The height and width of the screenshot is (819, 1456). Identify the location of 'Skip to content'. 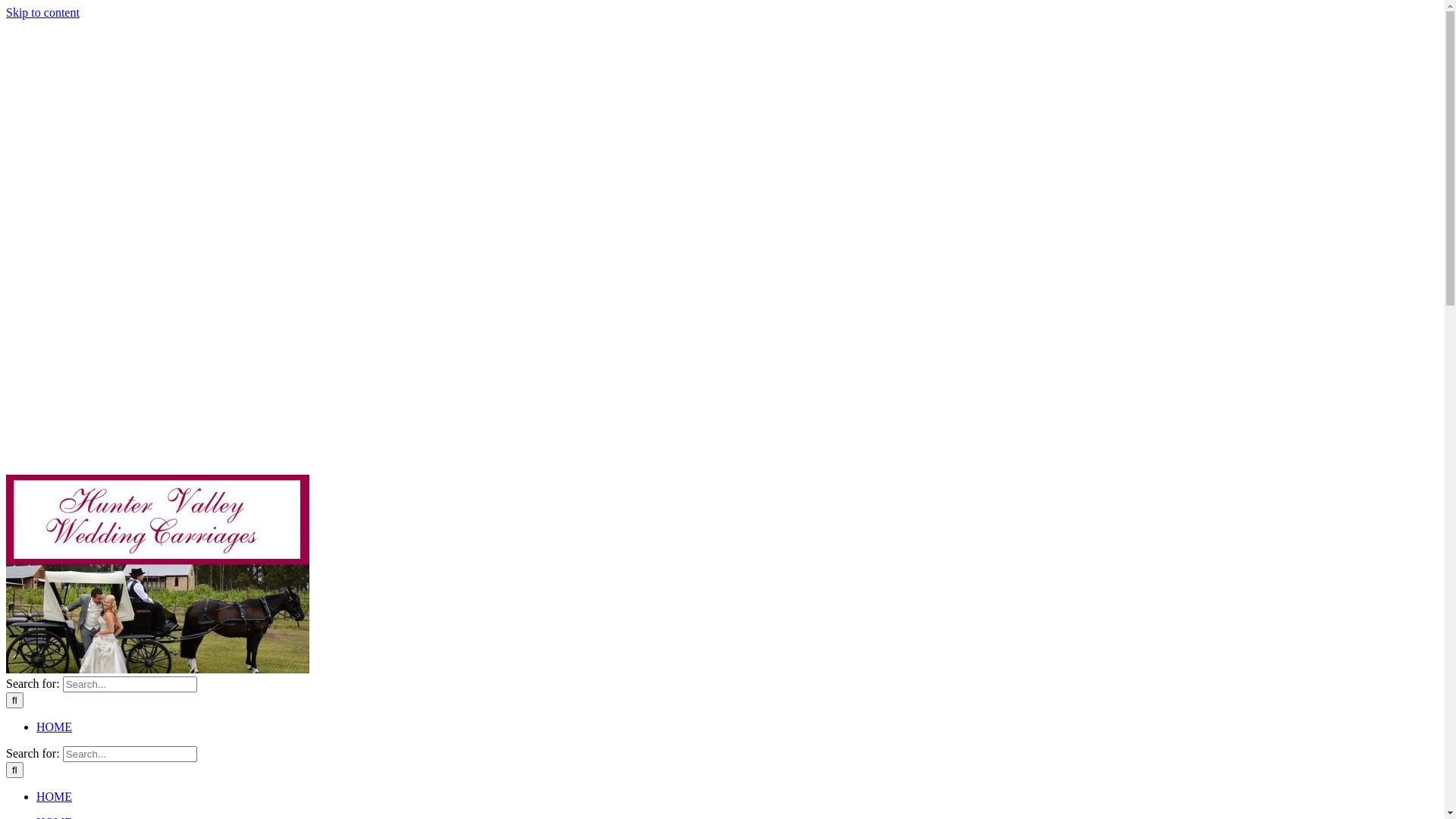
(6, 12).